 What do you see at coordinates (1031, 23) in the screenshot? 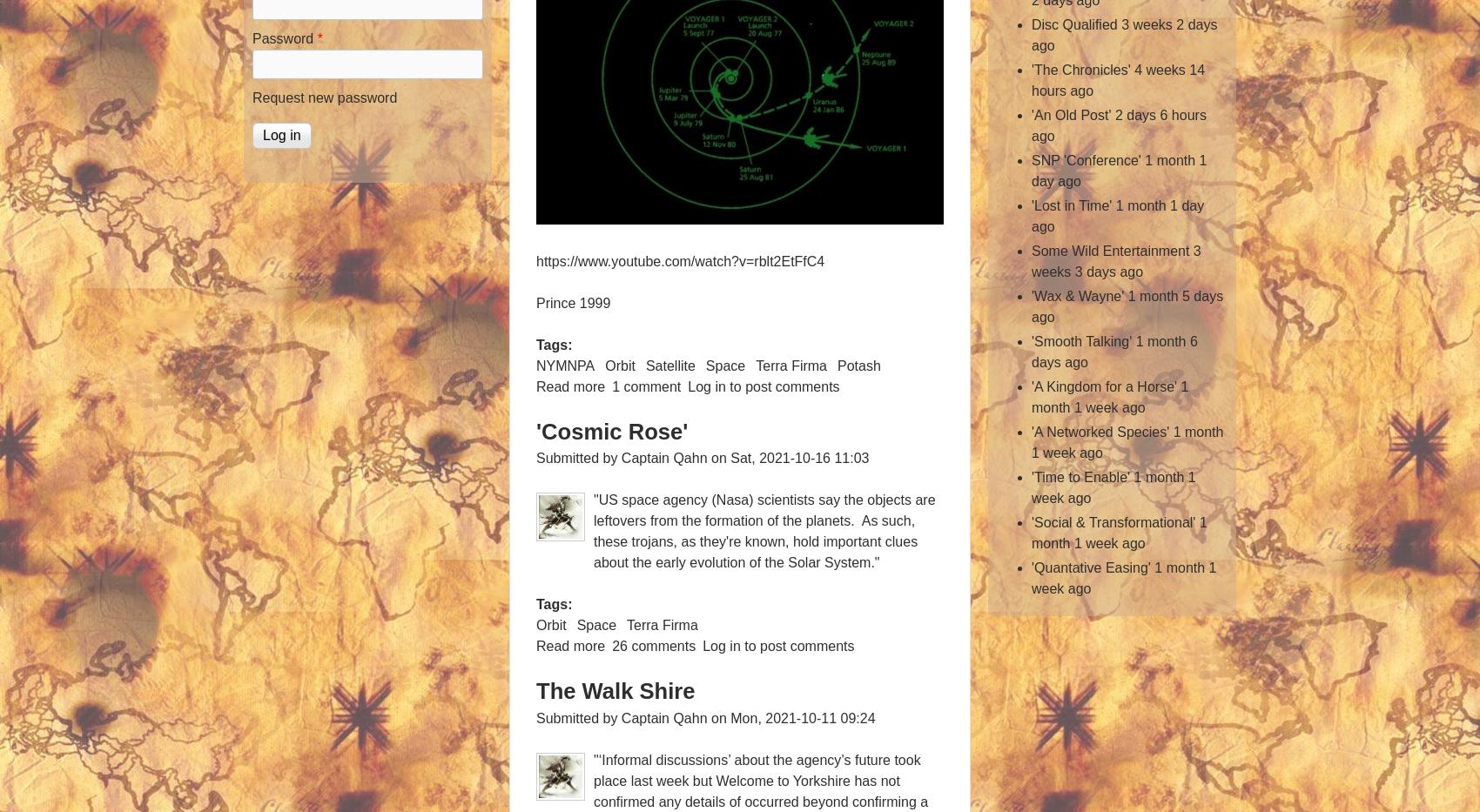
I see `'Disc Qualified'` at bounding box center [1031, 23].